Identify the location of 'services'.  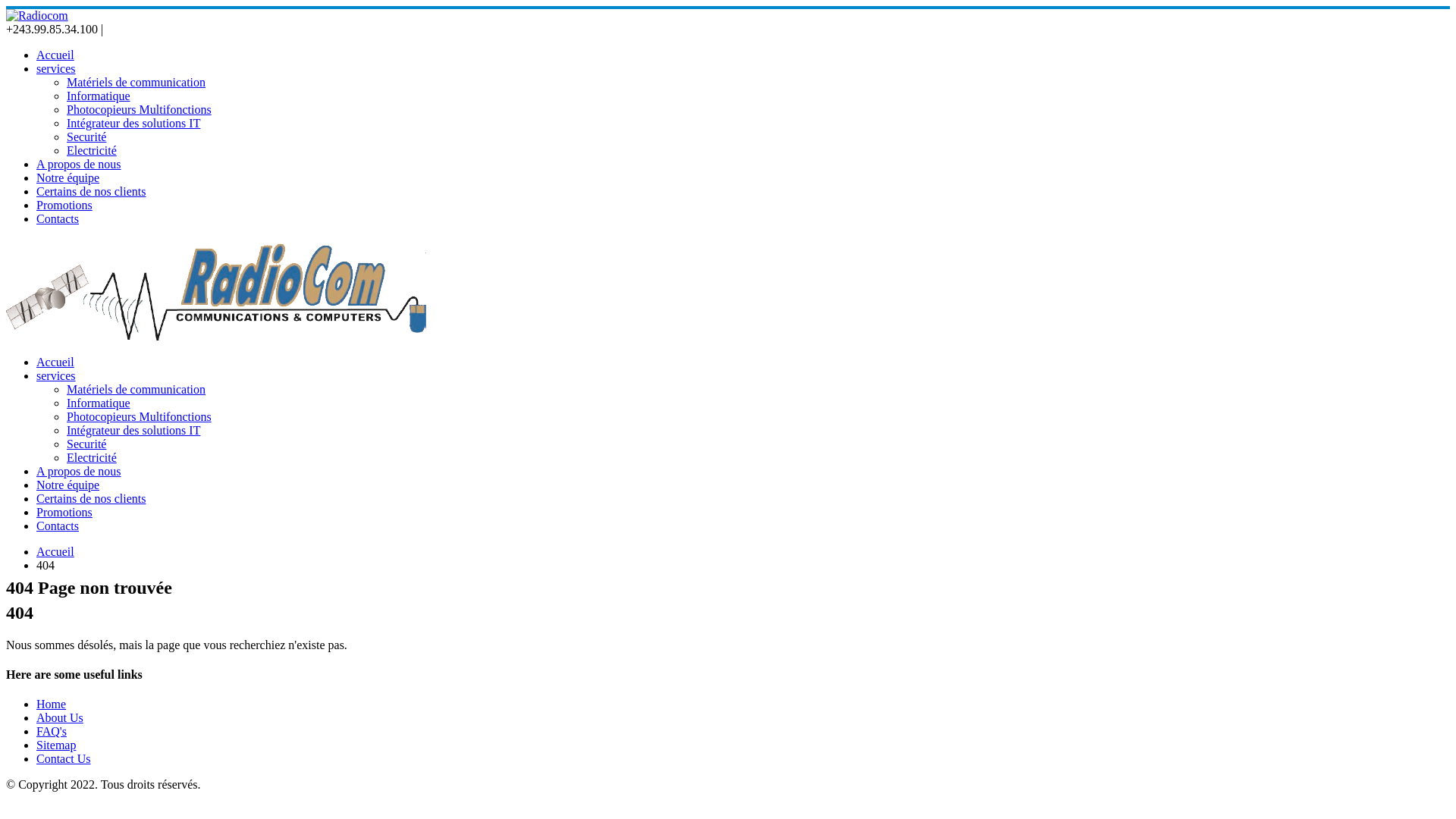
(55, 375).